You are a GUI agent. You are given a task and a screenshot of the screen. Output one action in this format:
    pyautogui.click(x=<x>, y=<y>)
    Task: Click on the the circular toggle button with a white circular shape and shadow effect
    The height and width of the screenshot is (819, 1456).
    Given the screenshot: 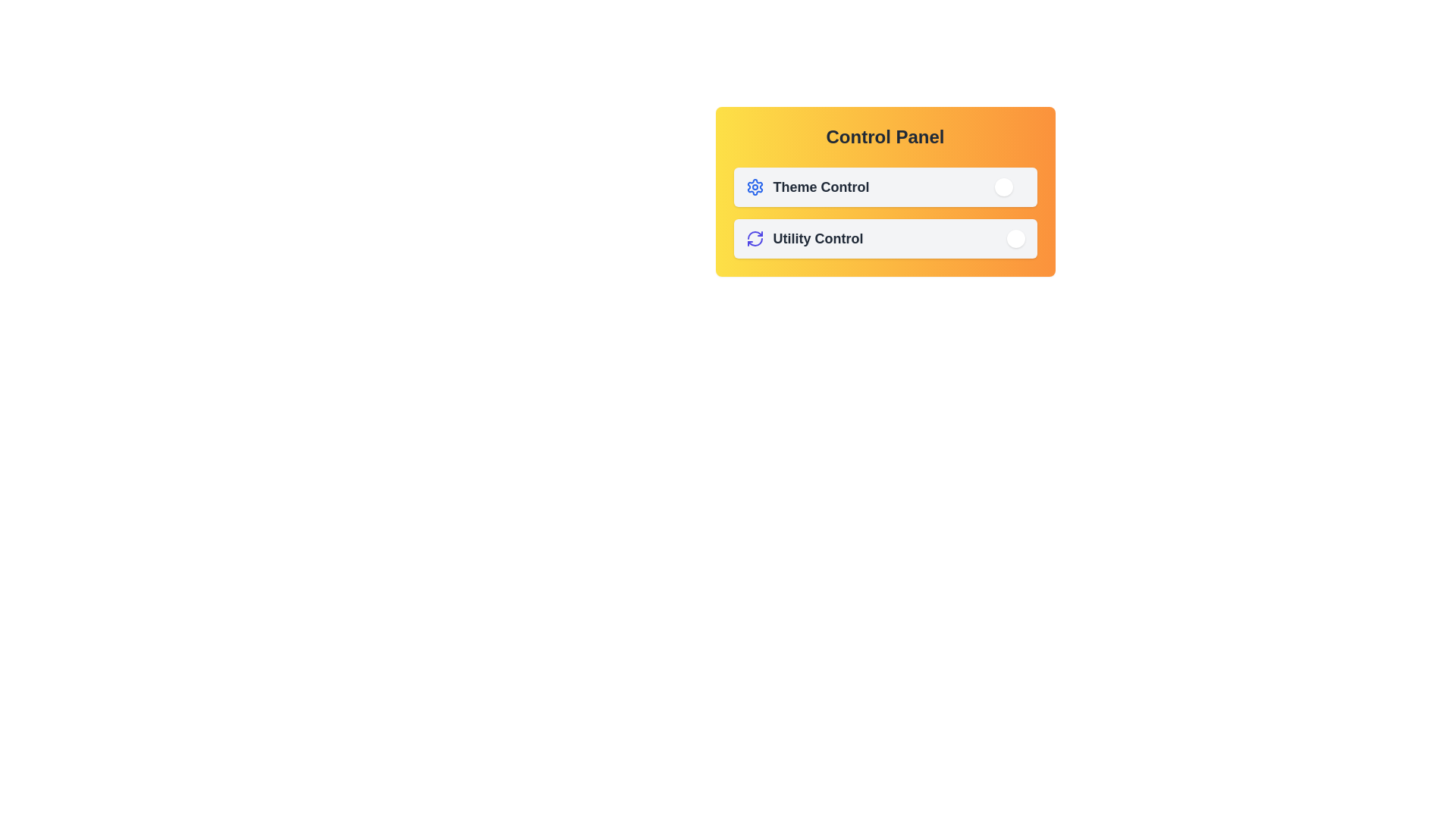 What is the action you would take?
    pyautogui.click(x=1003, y=186)
    